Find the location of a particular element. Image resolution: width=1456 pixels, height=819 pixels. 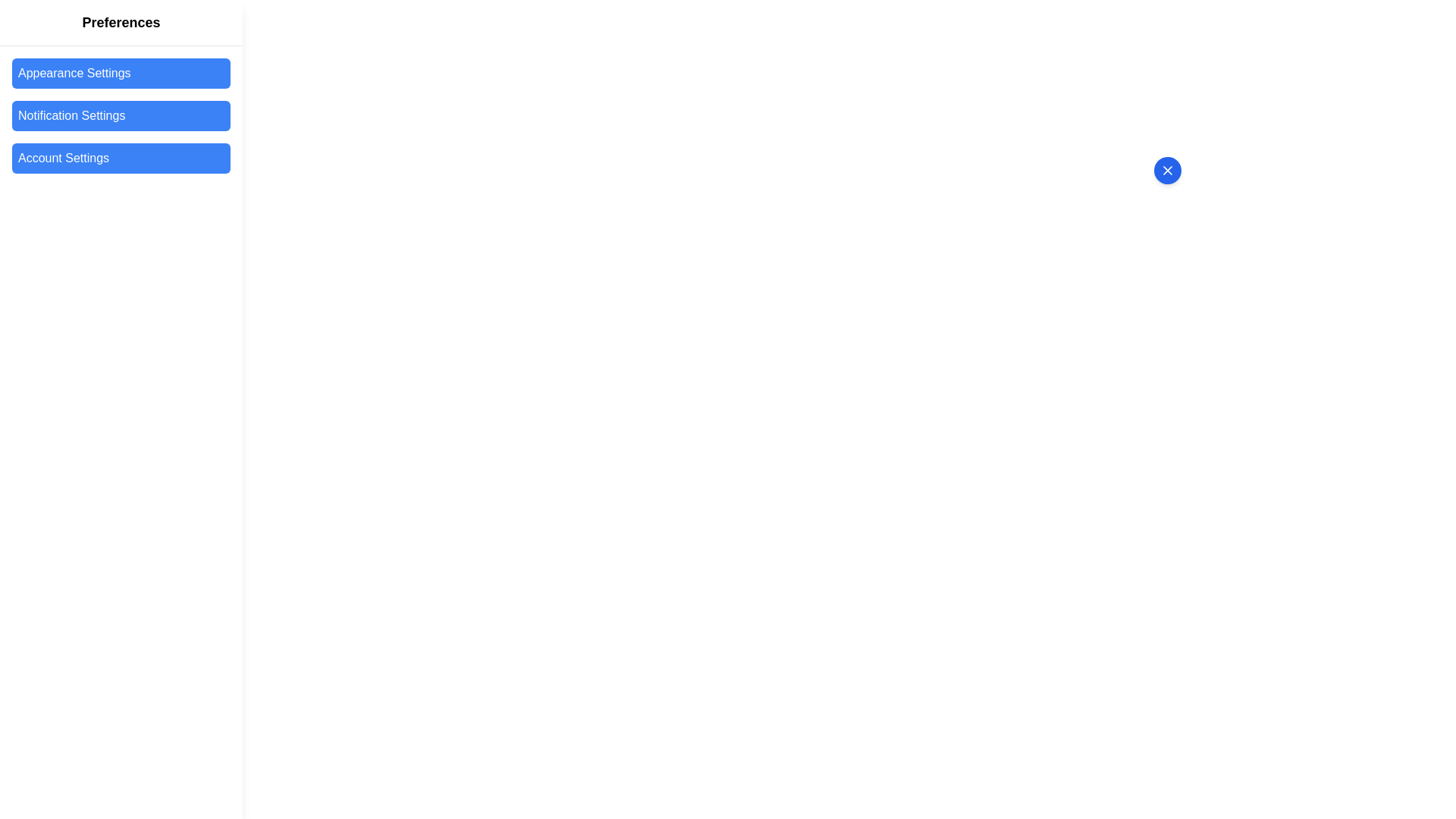

the bold, large-font text labeled 'Preferences' which serves as a header, located at the upper left section of the interface is located at coordinates (120, 23).